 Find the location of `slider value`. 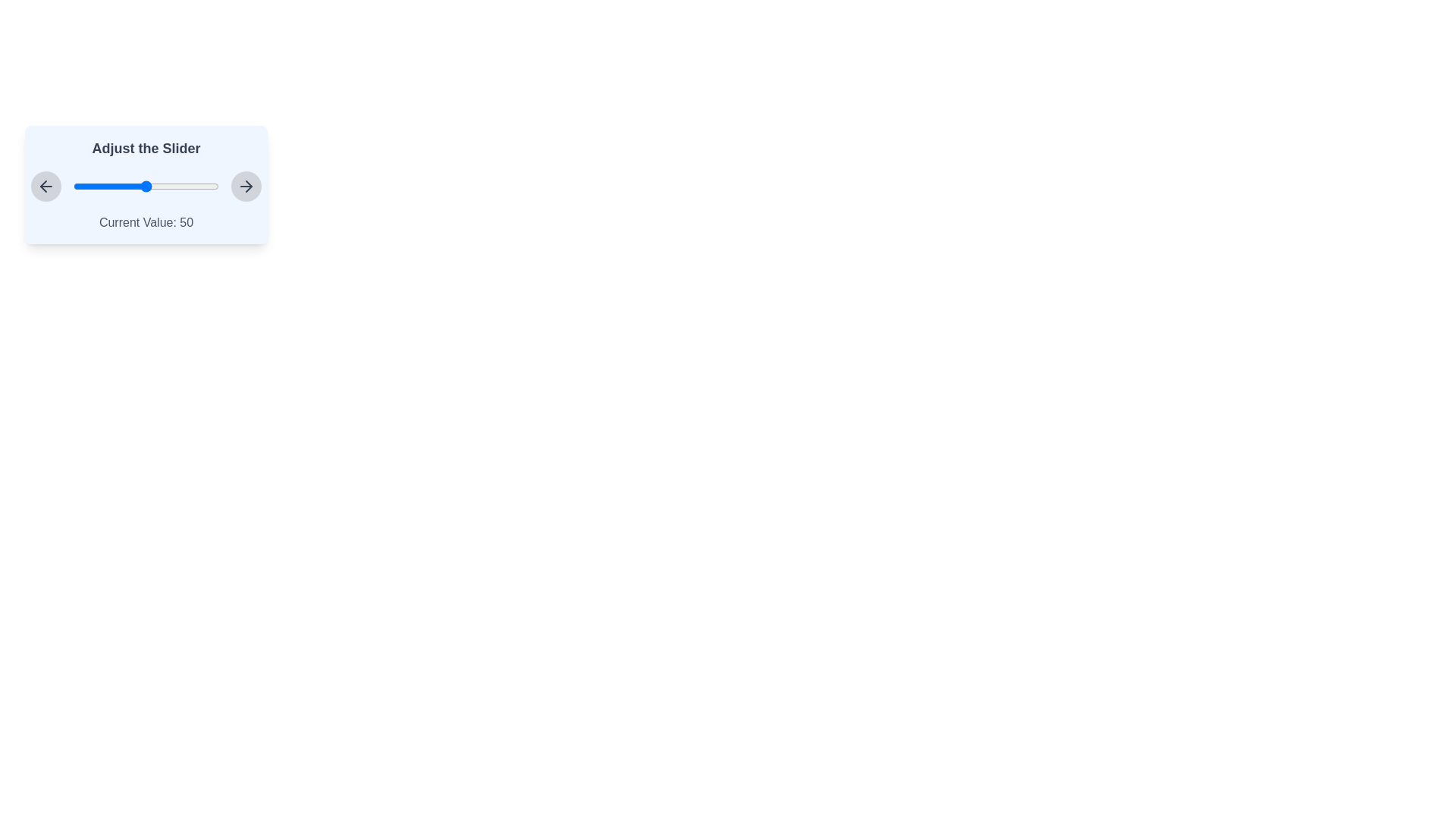

slider value is located at coordinates (142, 186).